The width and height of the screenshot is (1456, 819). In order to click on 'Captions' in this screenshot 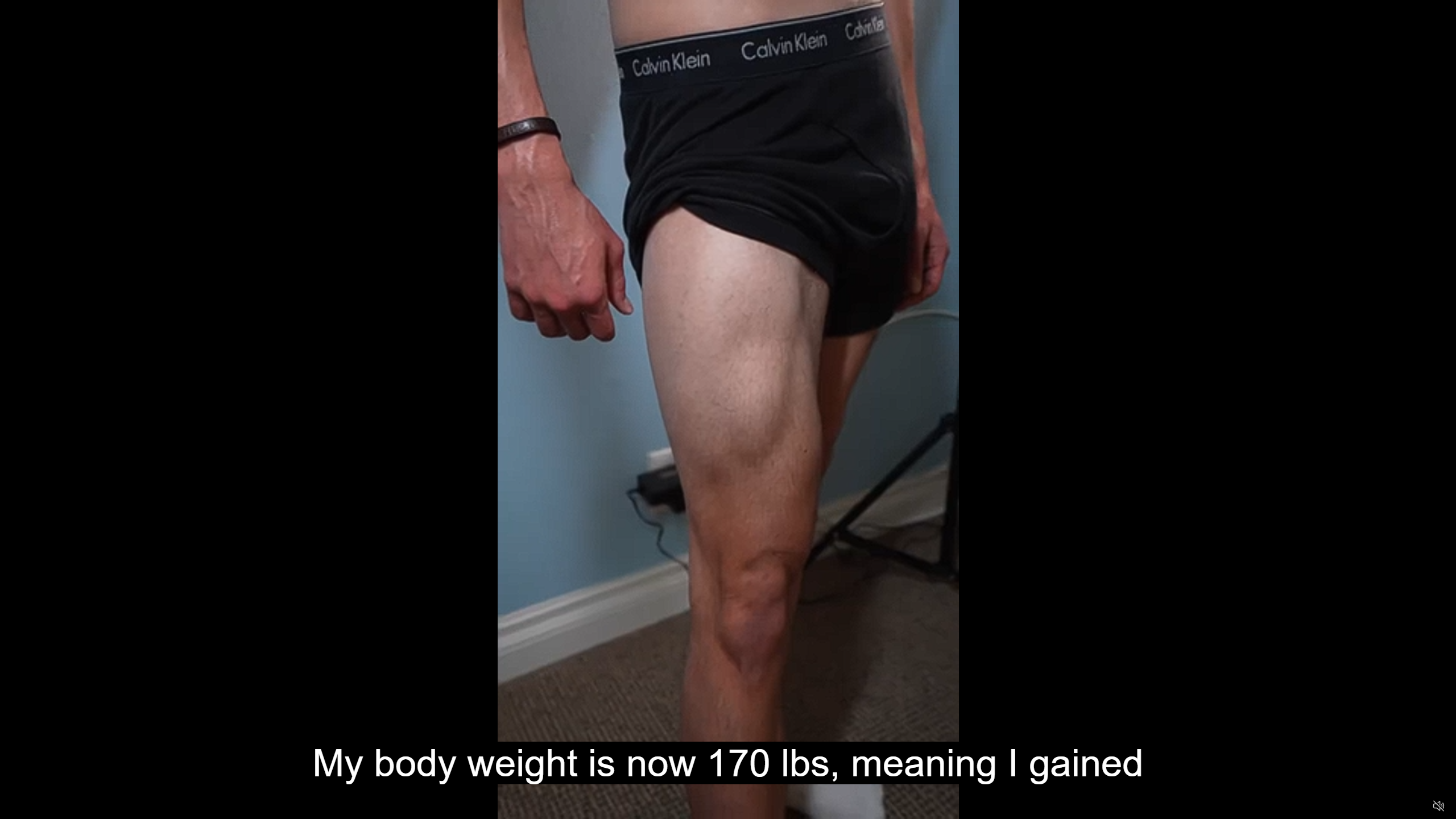, I will do `click(1394, 806)`.